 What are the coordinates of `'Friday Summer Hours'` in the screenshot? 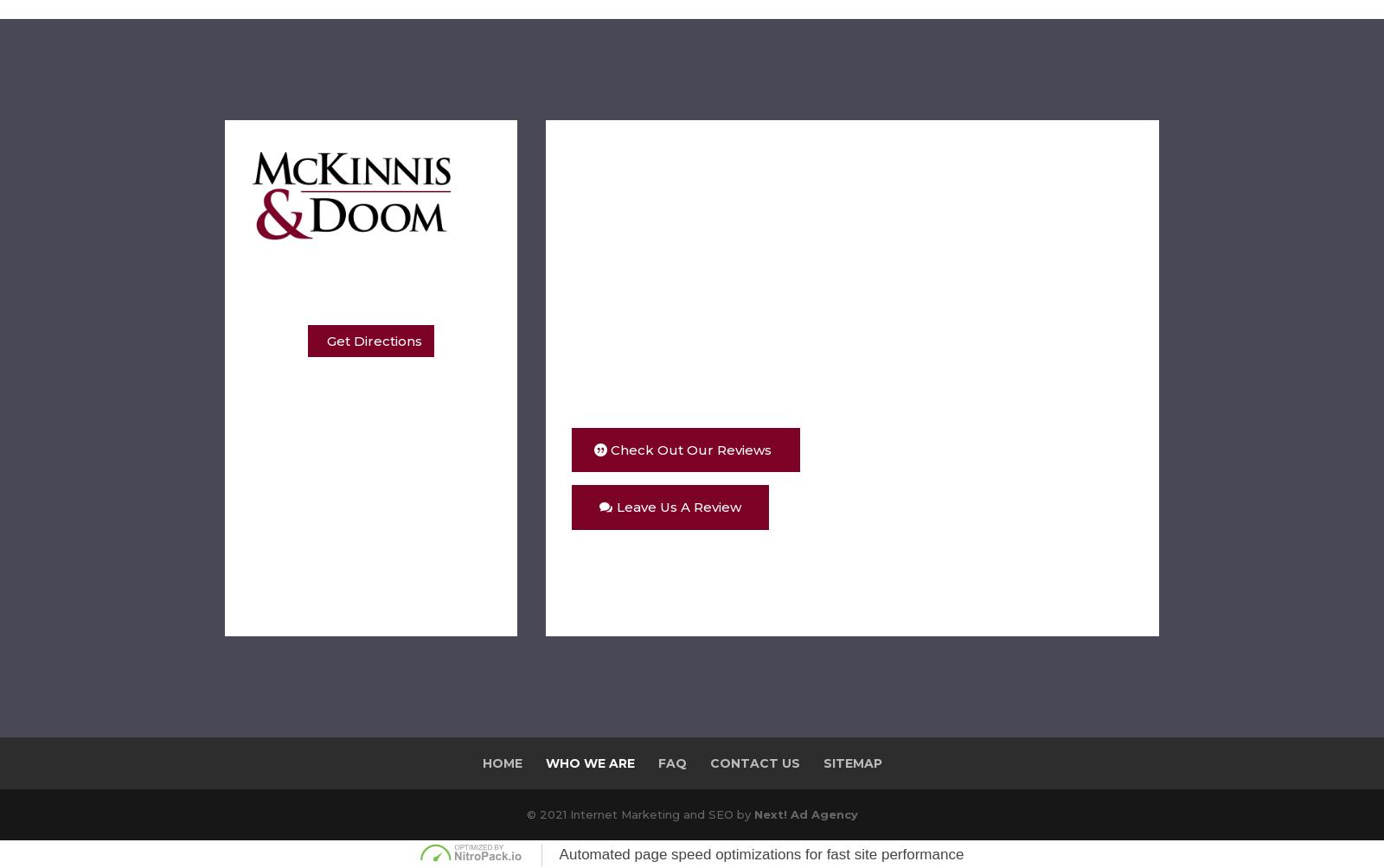 It's located at (365, 469).